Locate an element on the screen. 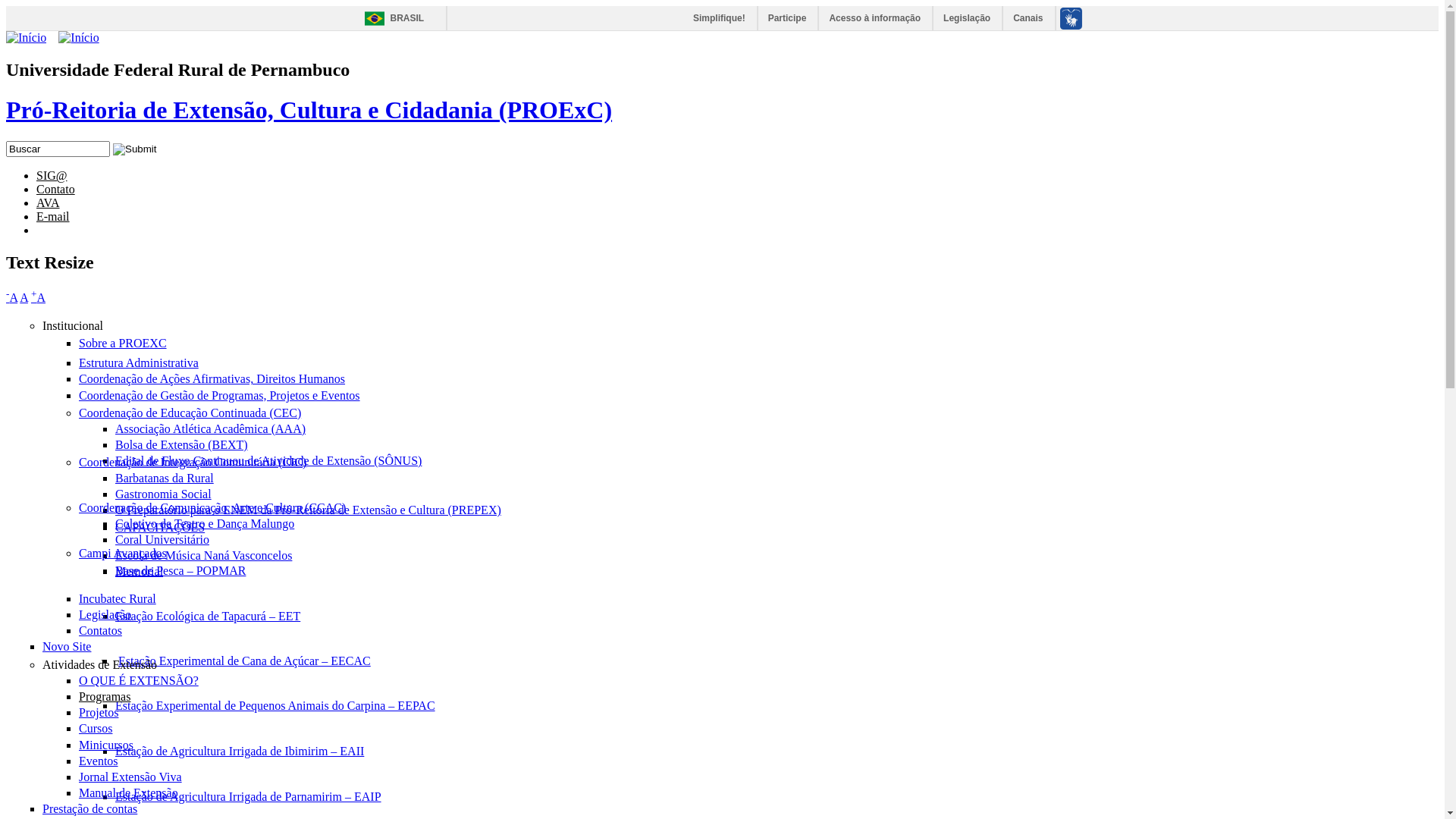 This screenshot has width=1456, height=819. 'Cursos' is located at coordinates (94, 727).